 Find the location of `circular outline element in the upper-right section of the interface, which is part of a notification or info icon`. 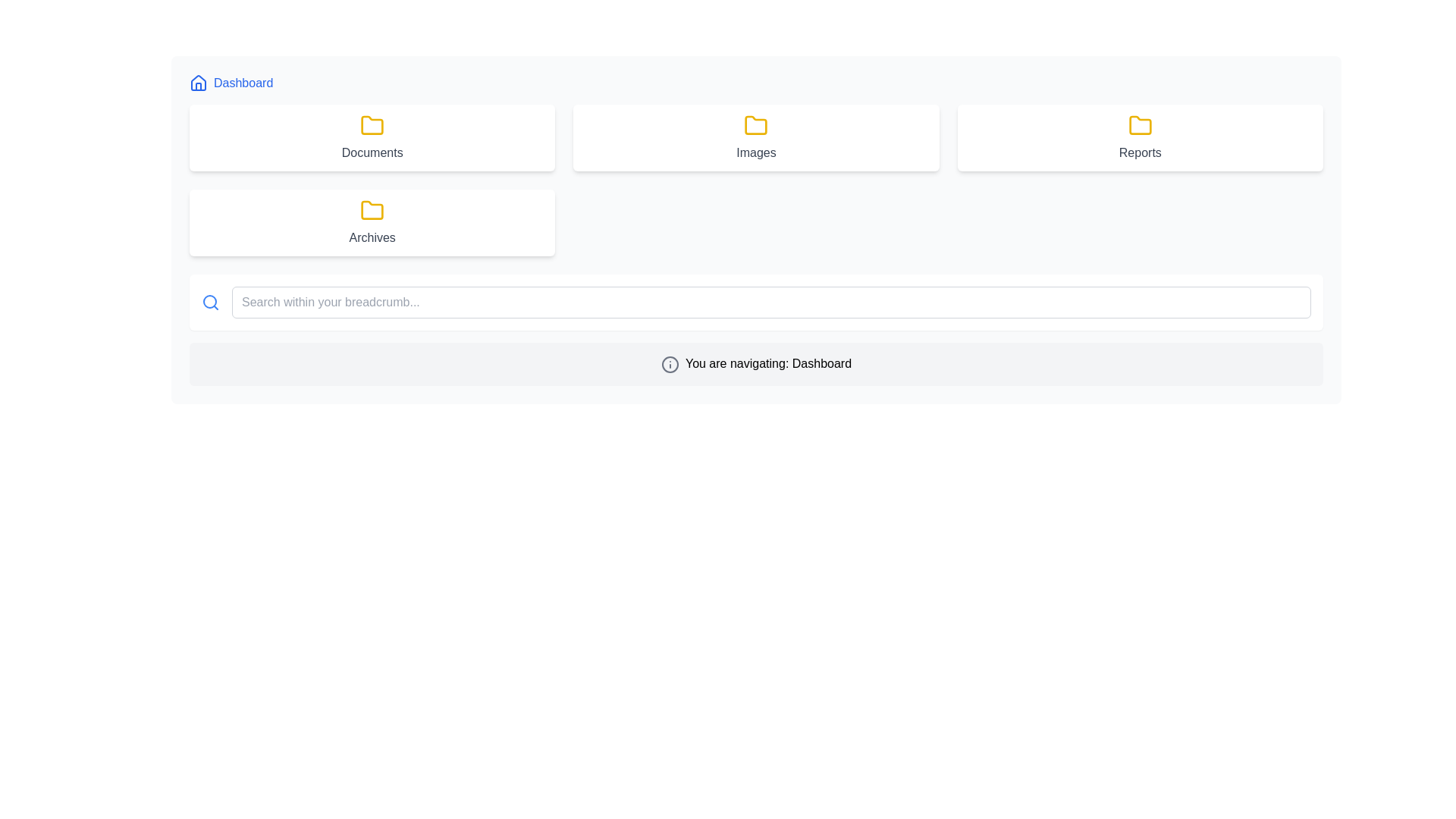

circular outline element in the upper-right section of the interface, which is part of a notification or info icon is located at coordinates (669, 364).